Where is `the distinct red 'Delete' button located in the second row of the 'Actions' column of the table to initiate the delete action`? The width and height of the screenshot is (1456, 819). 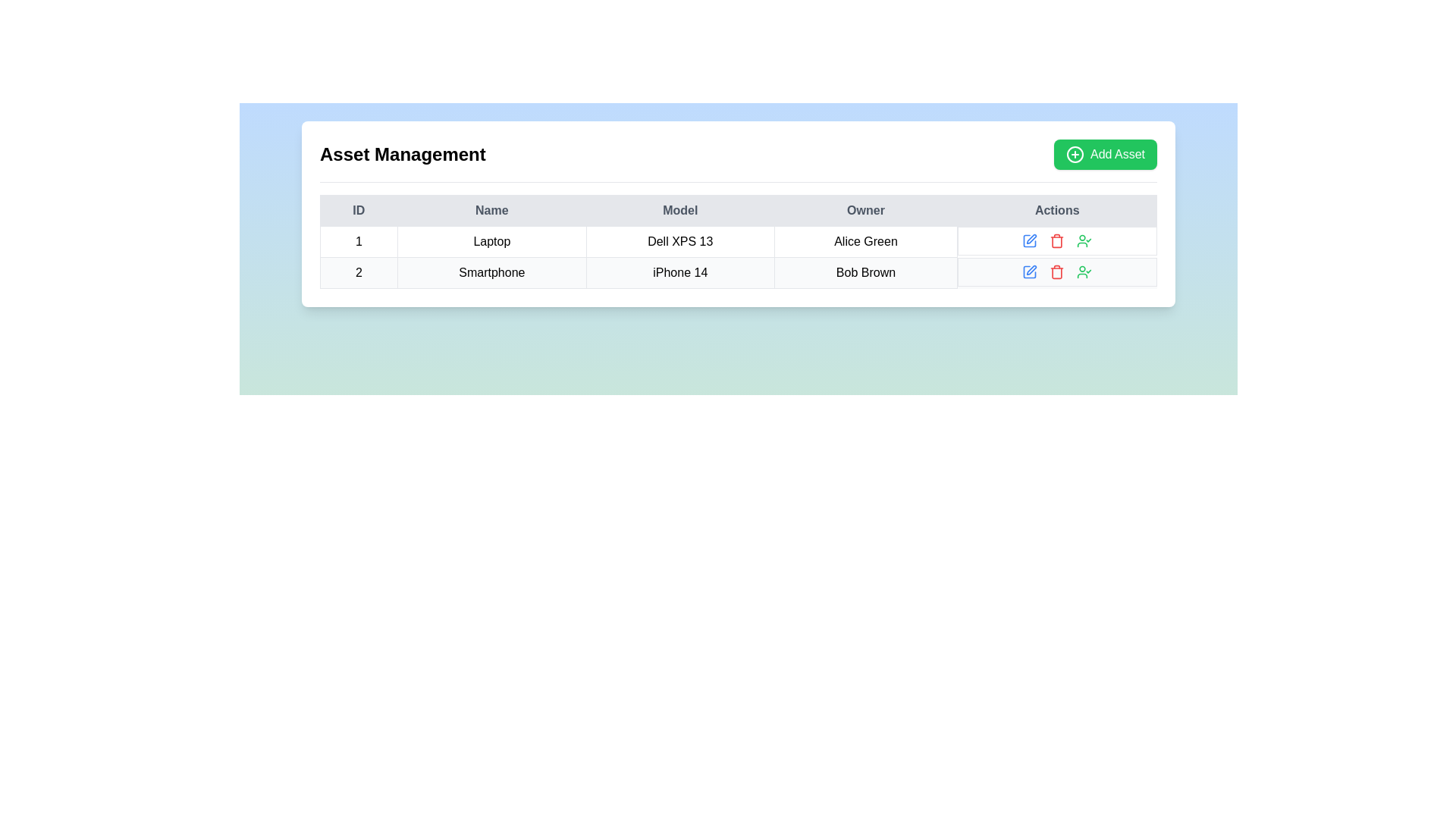 the distinct red 'Delete' button located in the second row of the 'Actions' column of the table to initiate the delete action is located at coordinates (1056, 240).